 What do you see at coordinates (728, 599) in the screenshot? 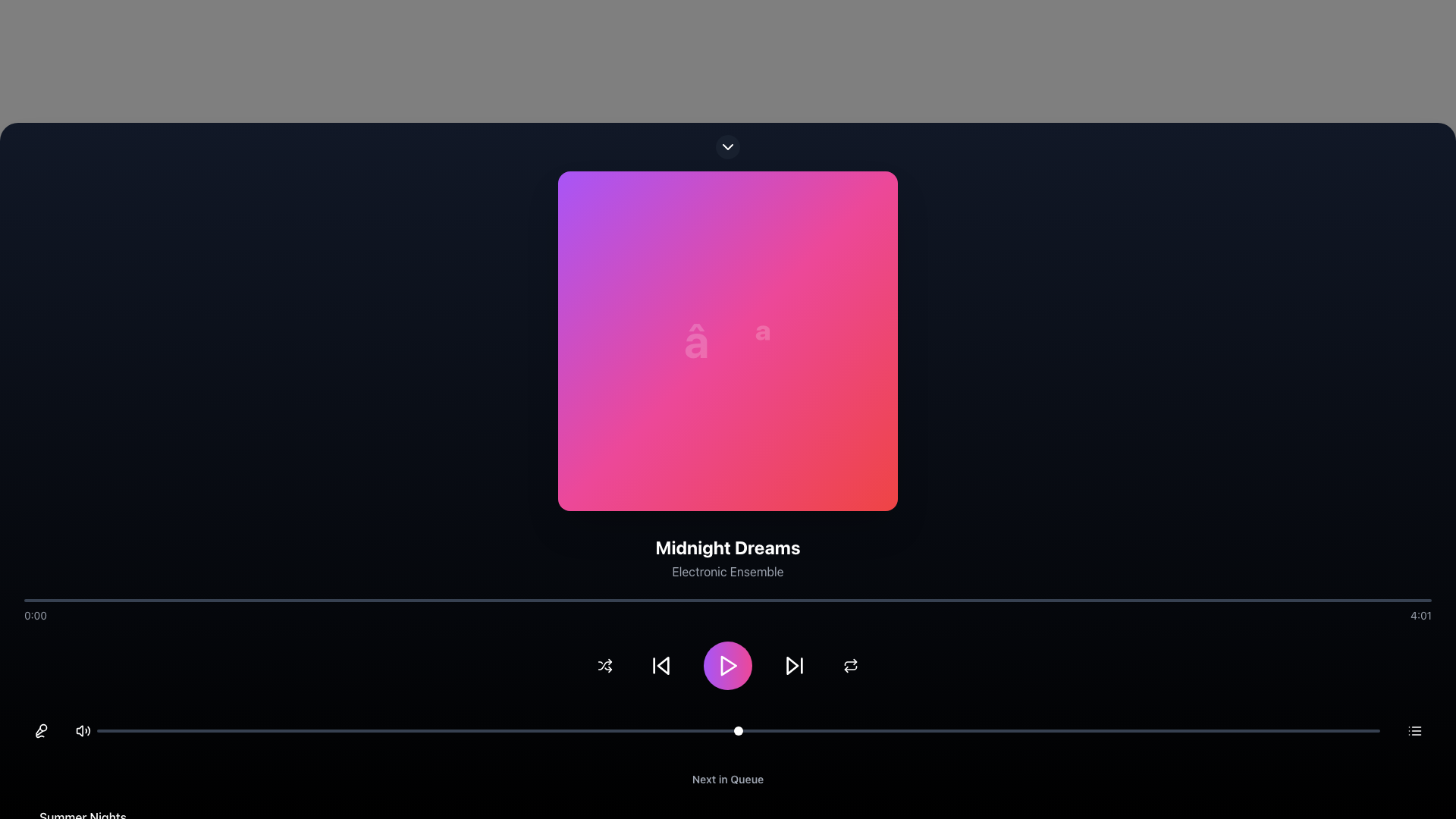
I see `the progress bar located just below the song title and artist information to seek to a specific point in the media timeline` at bounding box center [728, 599].